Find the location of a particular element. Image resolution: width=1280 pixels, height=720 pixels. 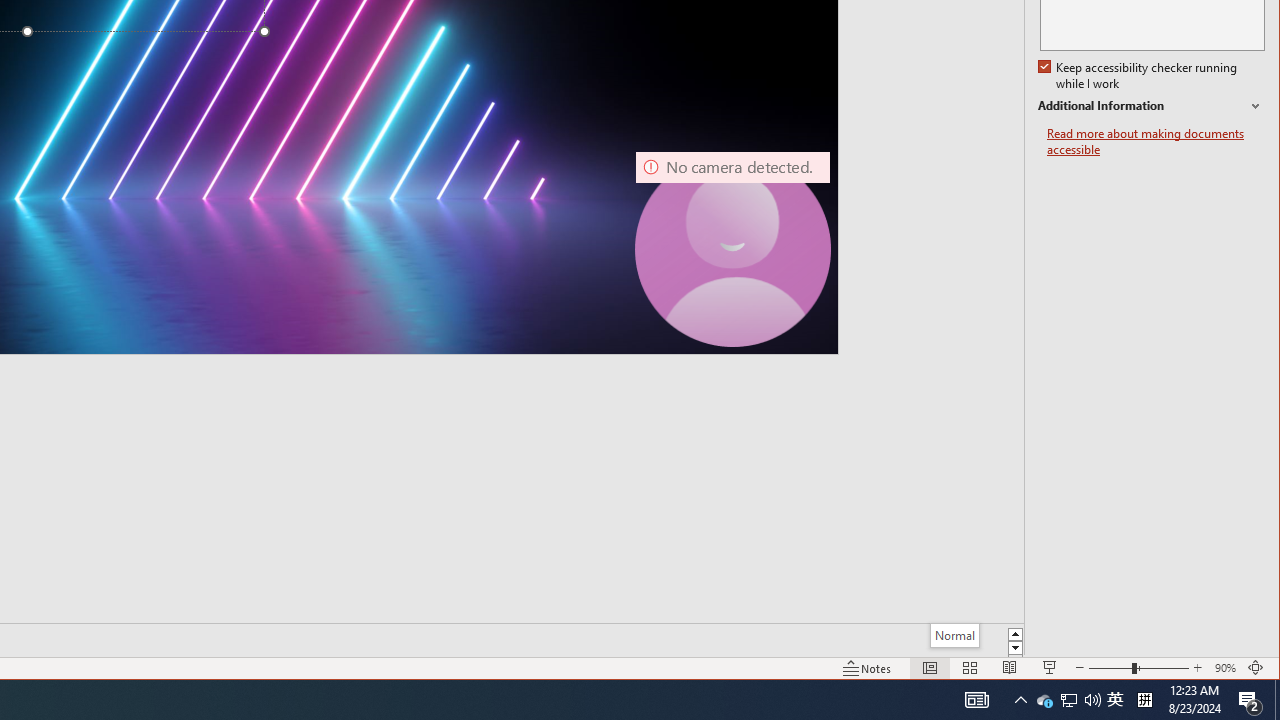

'Keep accessibility checker running while I work' is located at coordinates (1139, 75).